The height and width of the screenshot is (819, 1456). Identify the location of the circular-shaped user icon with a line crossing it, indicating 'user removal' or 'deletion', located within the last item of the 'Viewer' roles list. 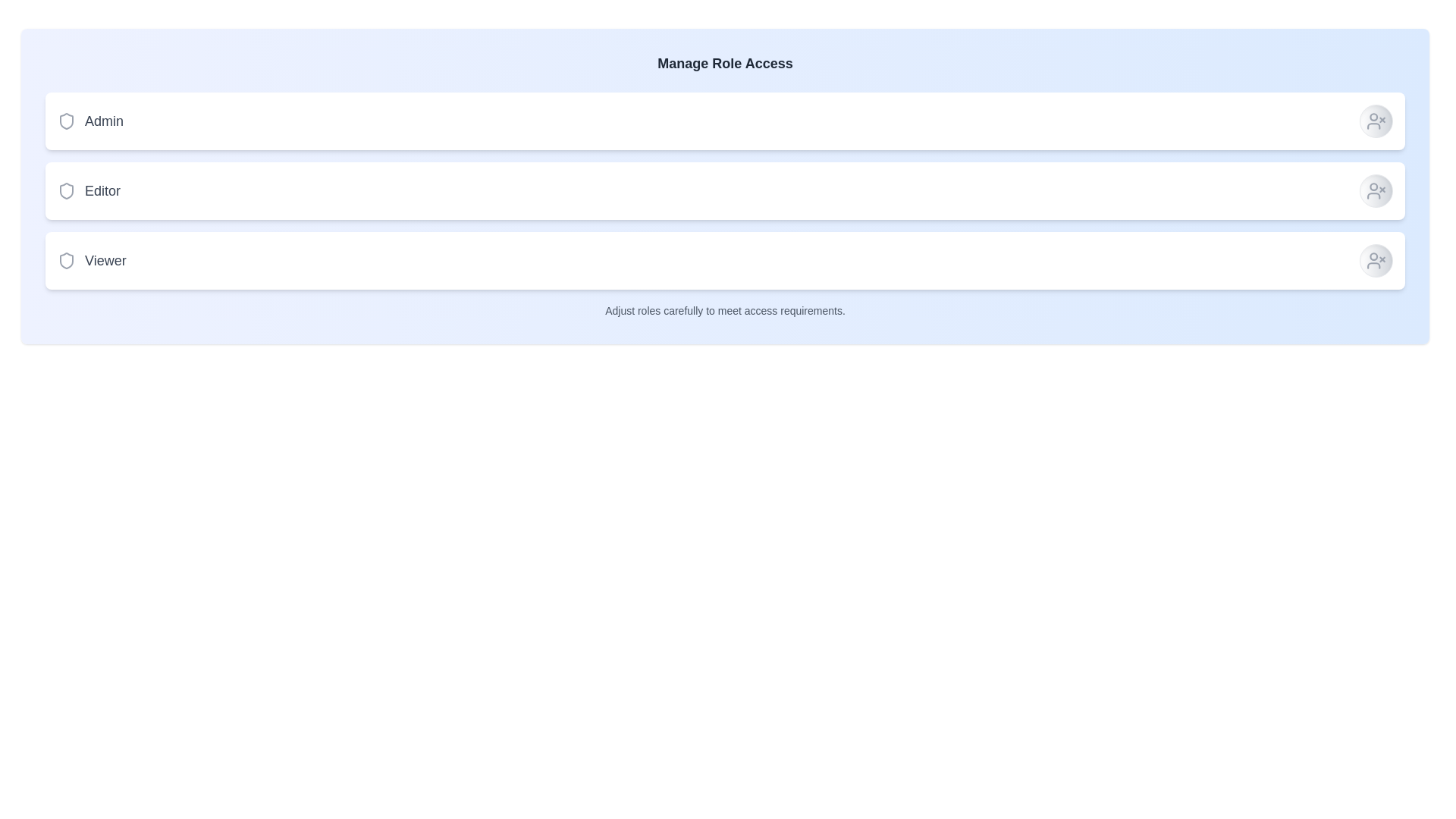
(1373, 256).